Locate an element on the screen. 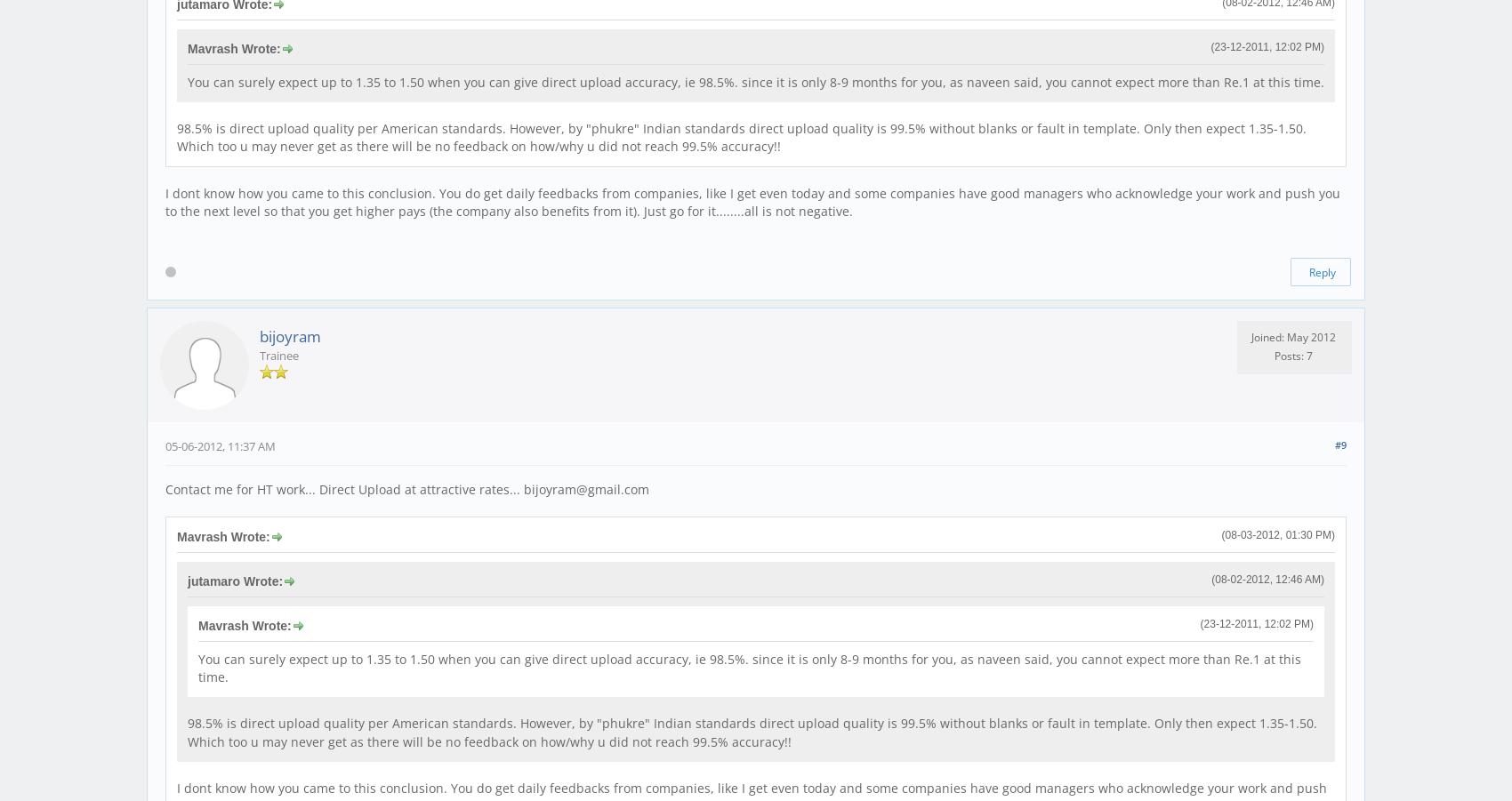  'Posts: 7' is located at coordinates (1292, 355).